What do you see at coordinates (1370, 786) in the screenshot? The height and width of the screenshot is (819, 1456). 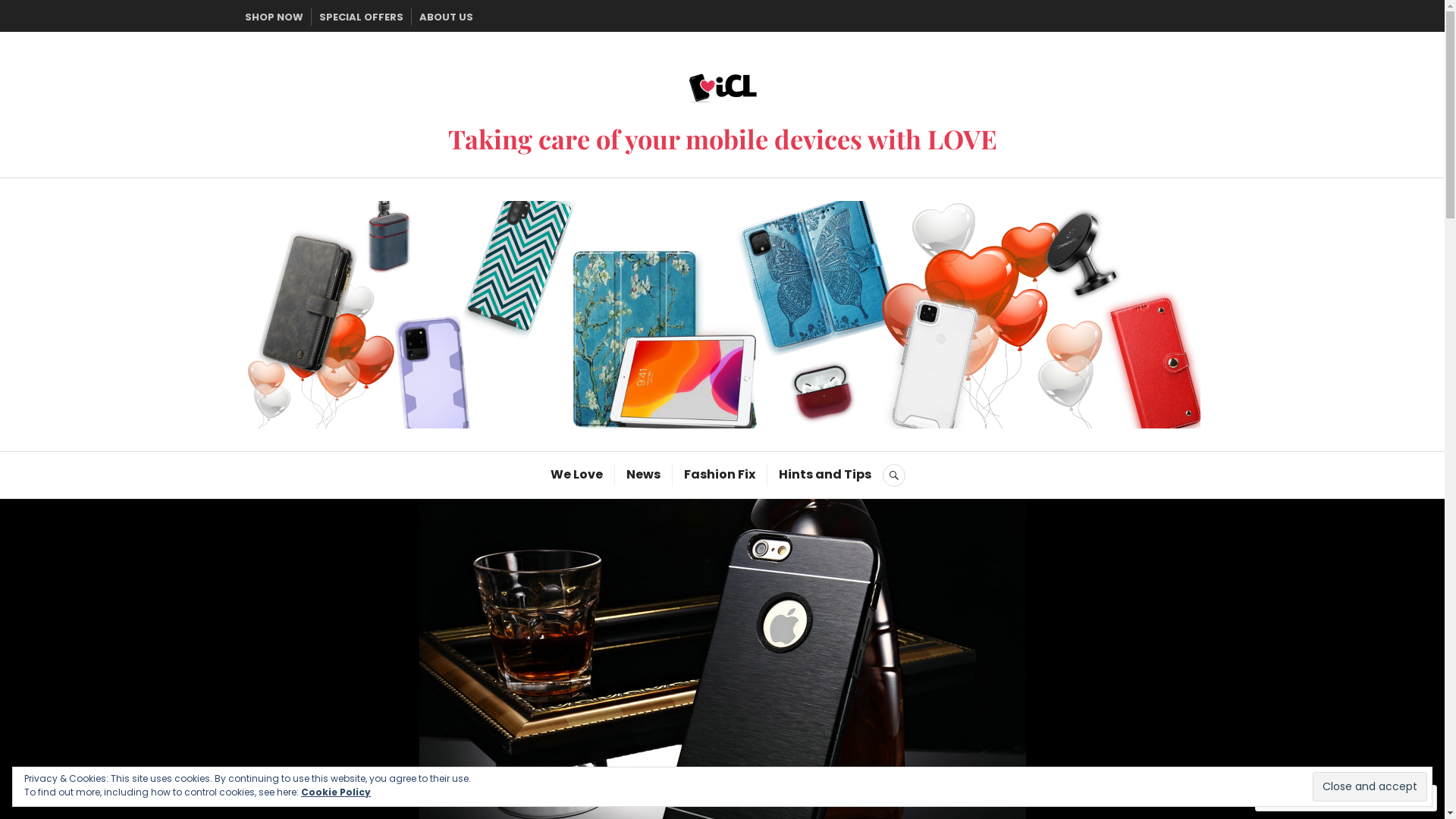 I see `'Close and accept'` at bounding box center [1370, 786].